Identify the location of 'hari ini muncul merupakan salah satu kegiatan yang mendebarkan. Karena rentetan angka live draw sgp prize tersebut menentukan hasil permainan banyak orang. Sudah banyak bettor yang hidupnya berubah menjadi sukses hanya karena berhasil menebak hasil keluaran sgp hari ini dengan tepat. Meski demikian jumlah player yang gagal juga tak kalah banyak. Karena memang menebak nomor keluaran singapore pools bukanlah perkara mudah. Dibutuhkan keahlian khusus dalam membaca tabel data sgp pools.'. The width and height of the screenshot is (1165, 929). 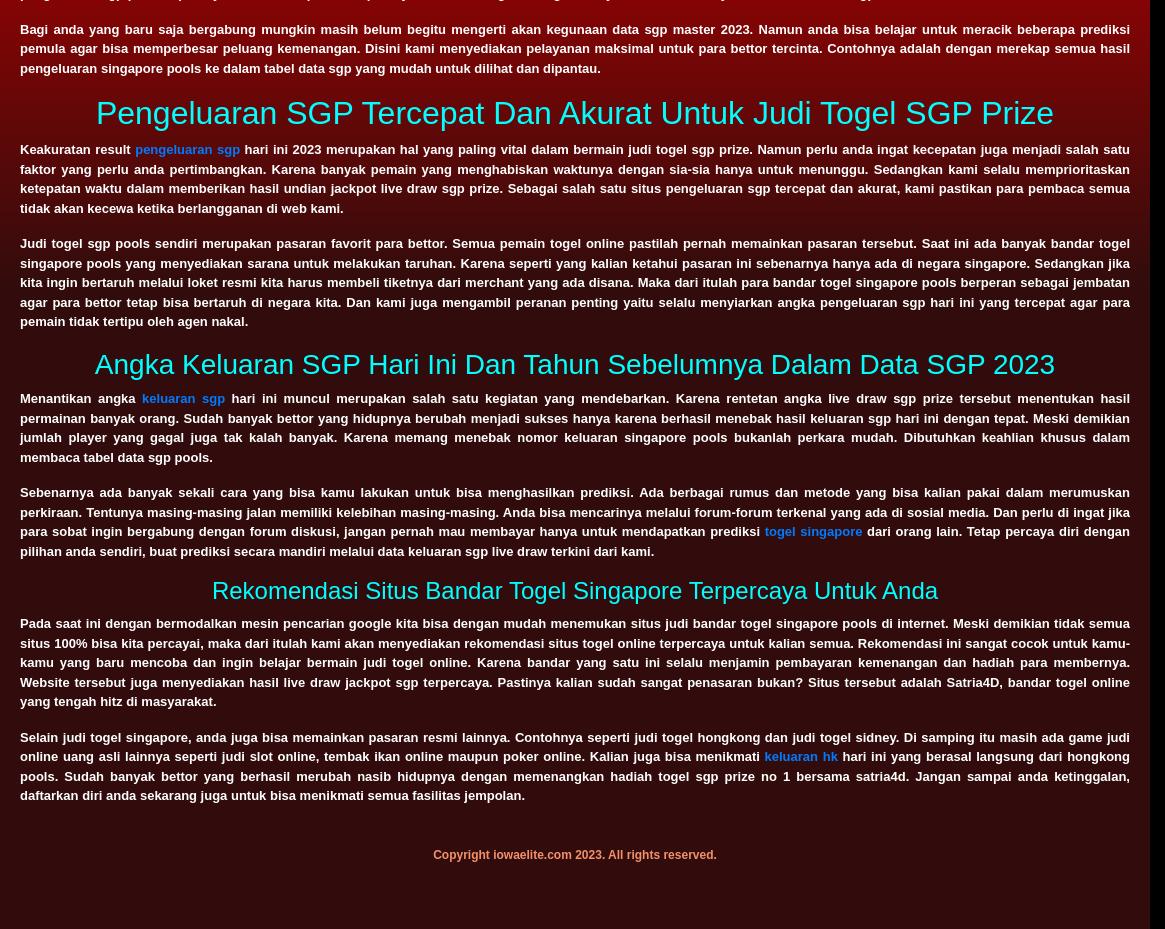
(575, 426).